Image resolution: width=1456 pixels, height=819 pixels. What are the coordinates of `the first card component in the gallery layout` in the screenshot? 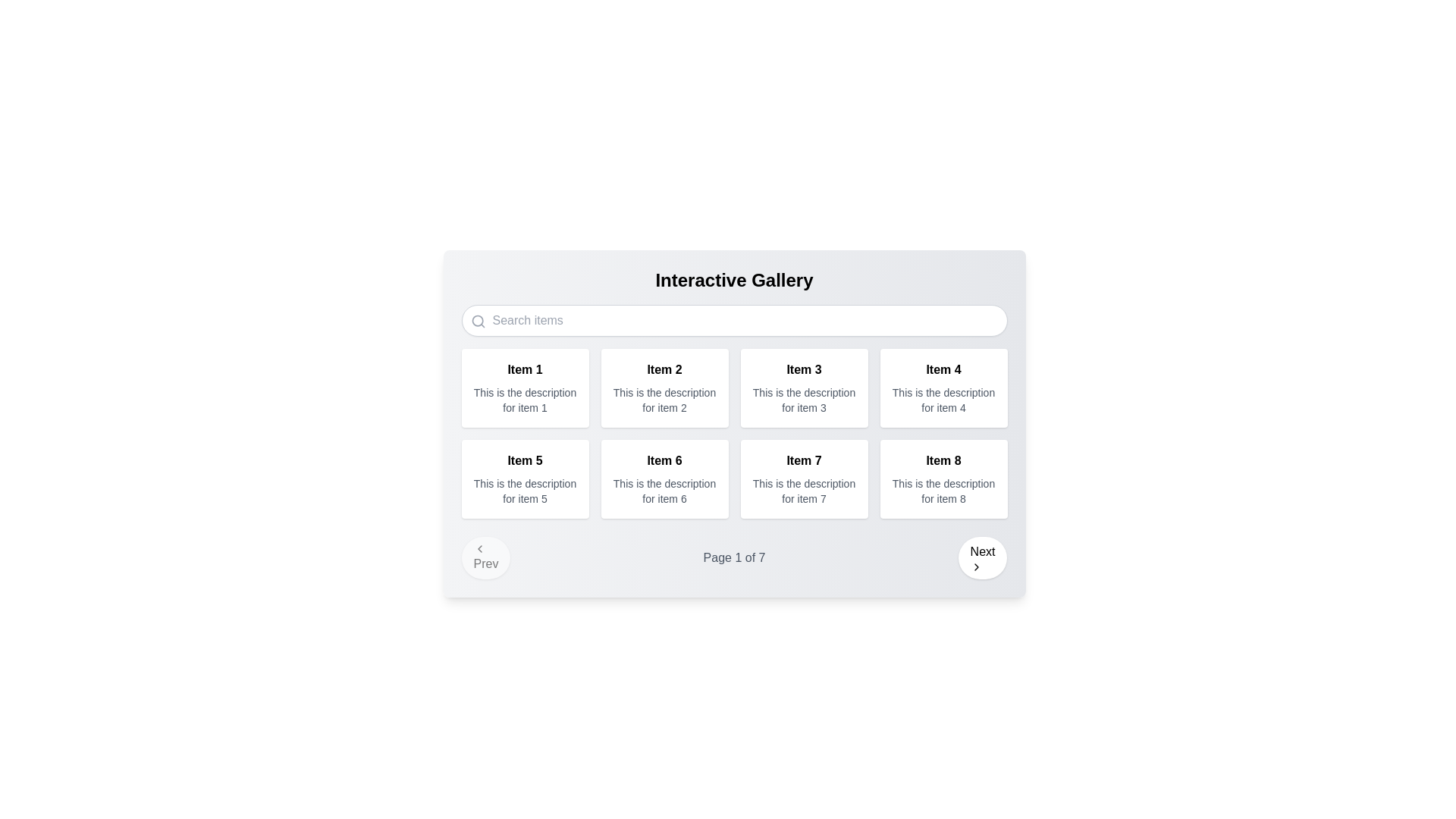 It's located at (525, 388).